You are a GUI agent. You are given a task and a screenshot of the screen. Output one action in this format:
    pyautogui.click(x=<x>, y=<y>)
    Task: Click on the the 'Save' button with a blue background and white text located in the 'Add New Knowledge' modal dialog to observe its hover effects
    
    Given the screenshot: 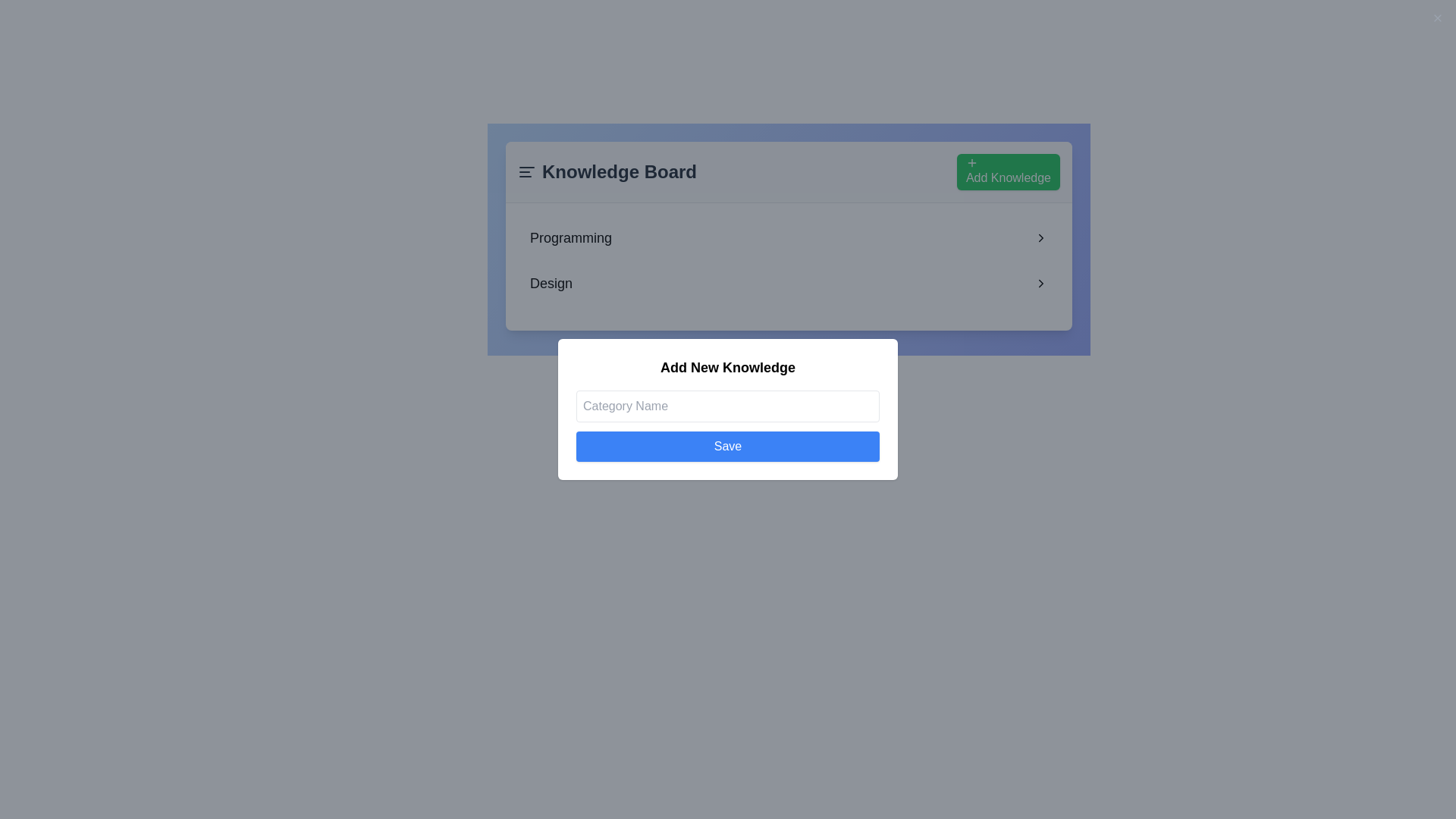 What is the action you would take?
    pyautogui.click(x=728, y=446)
    